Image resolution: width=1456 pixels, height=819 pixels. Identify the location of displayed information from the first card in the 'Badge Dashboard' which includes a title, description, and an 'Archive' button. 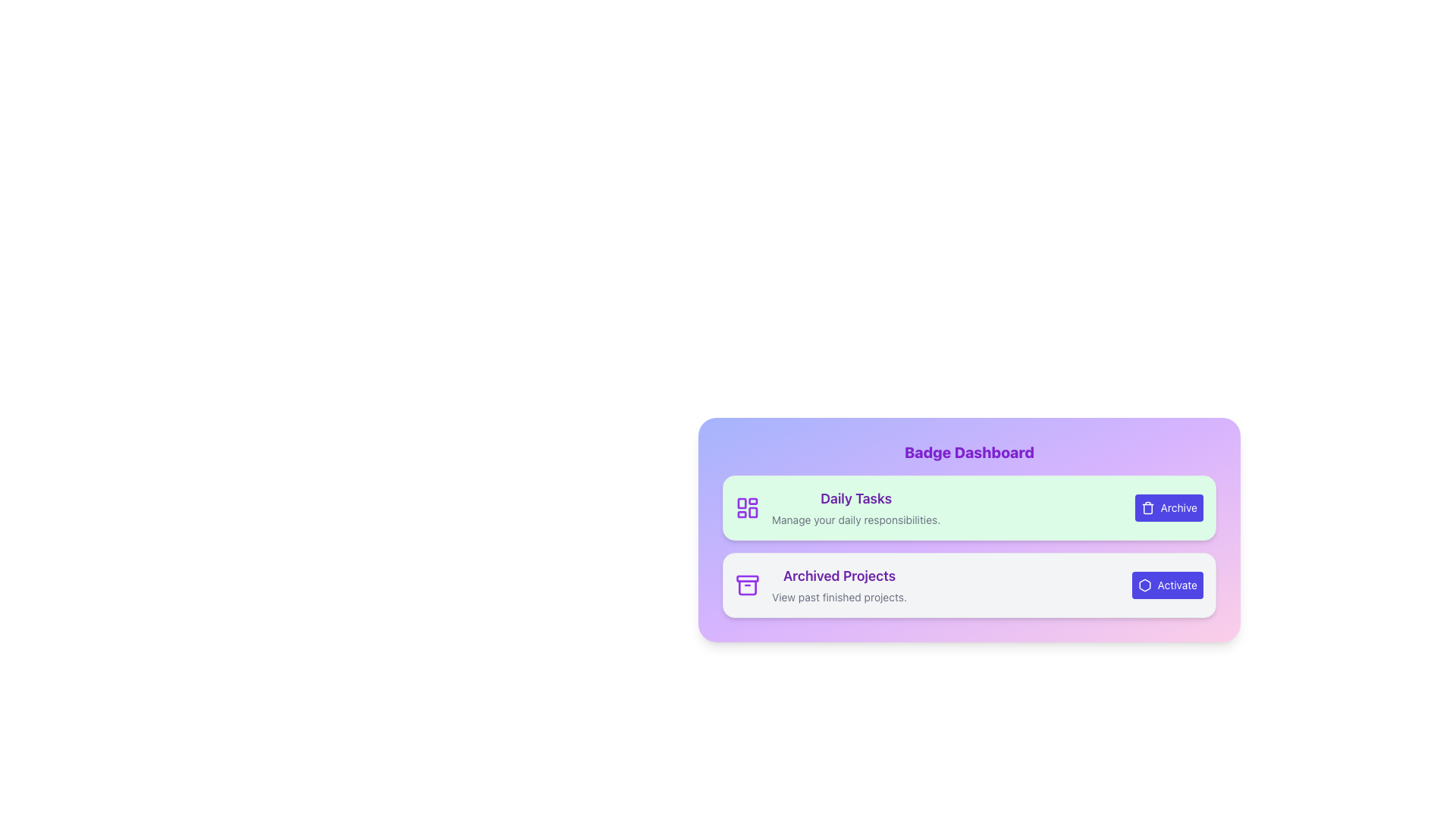
(968, 508).